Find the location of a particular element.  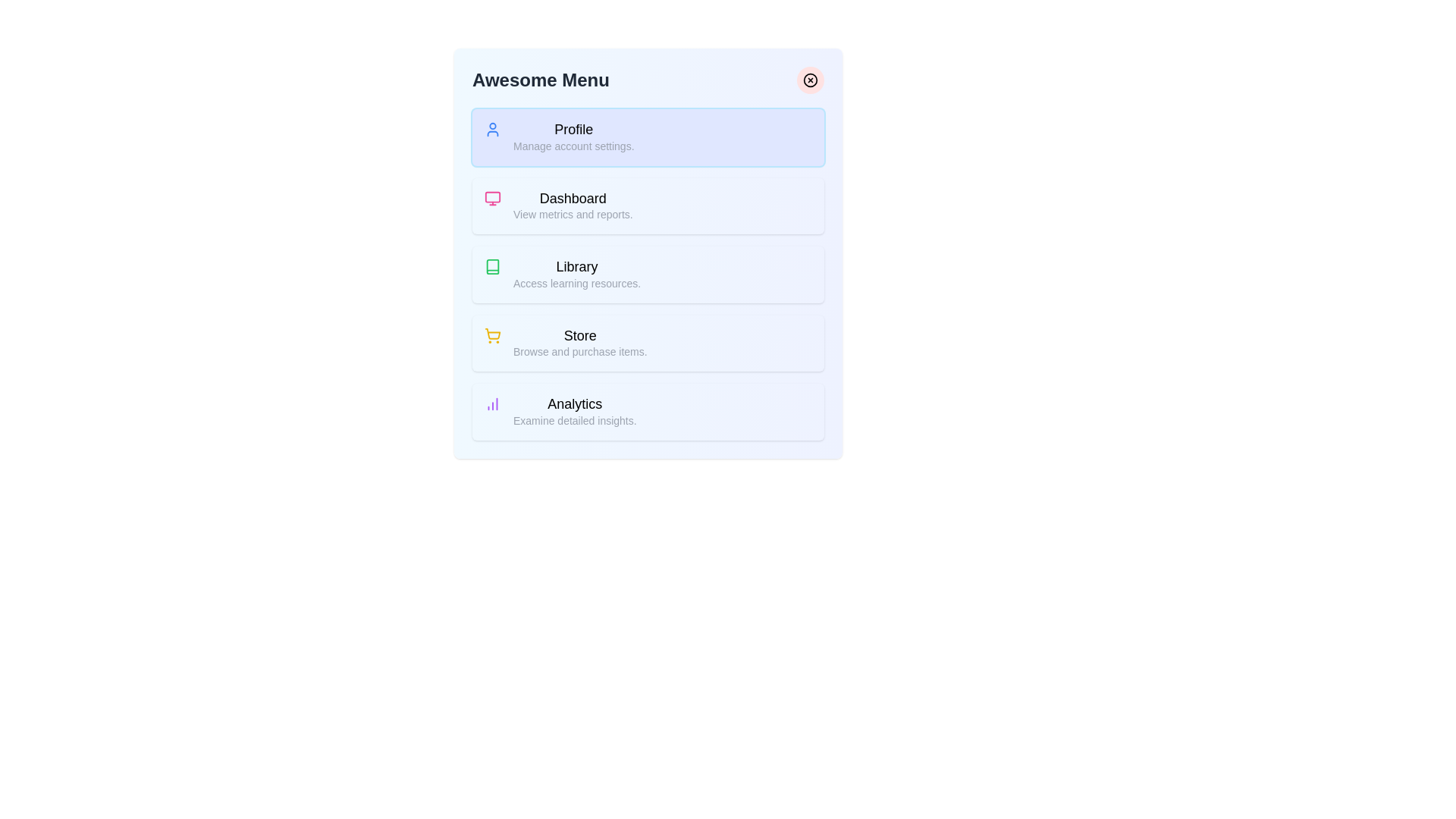

the menu item labeled Dashboard to preview its hover state is located at coordinates (648, 206).